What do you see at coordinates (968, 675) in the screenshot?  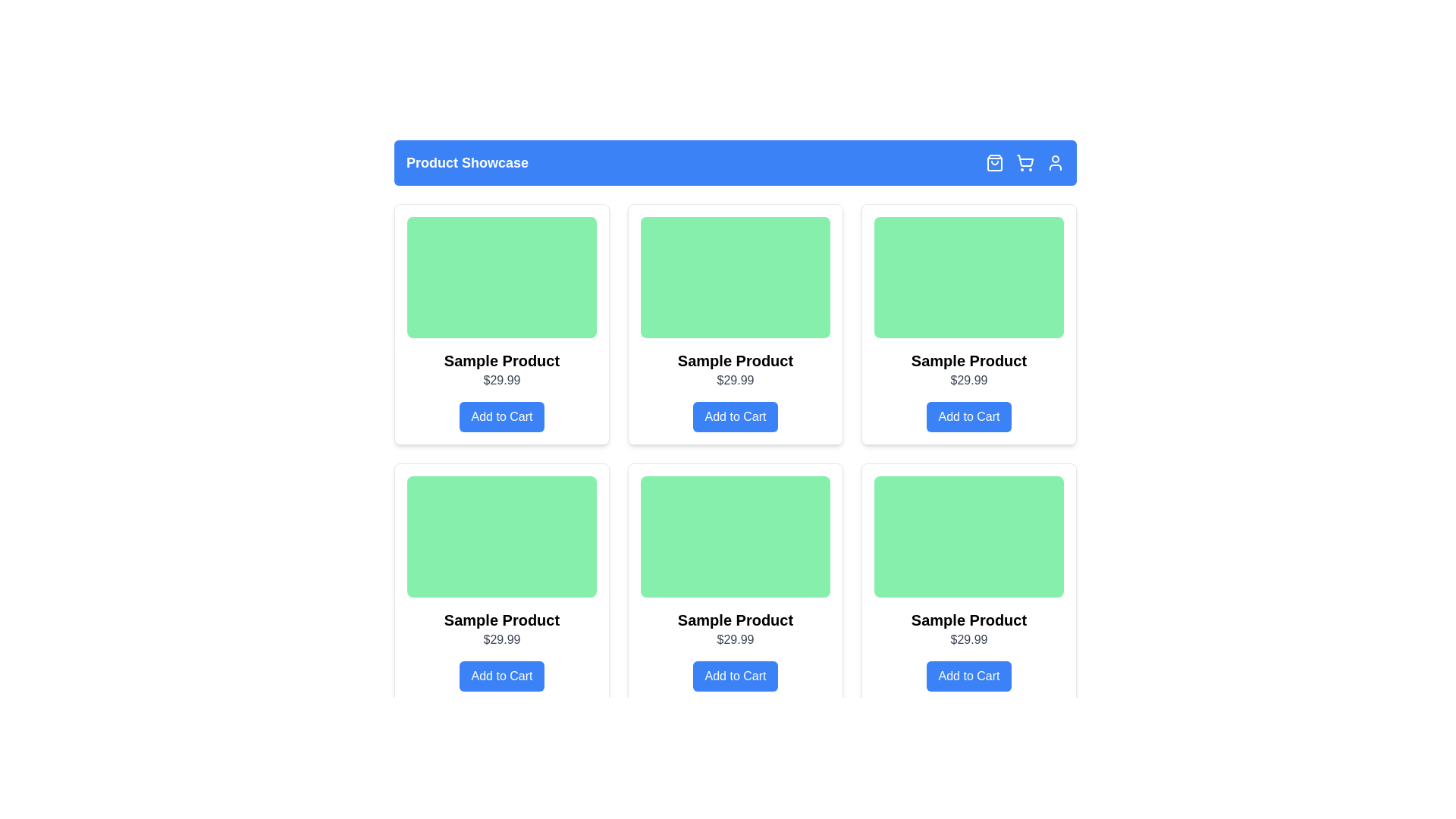 I see `the blue button labeled 'Add to Cart' located at the bottom-right corner of the product card` at bounding box center [968, 675].